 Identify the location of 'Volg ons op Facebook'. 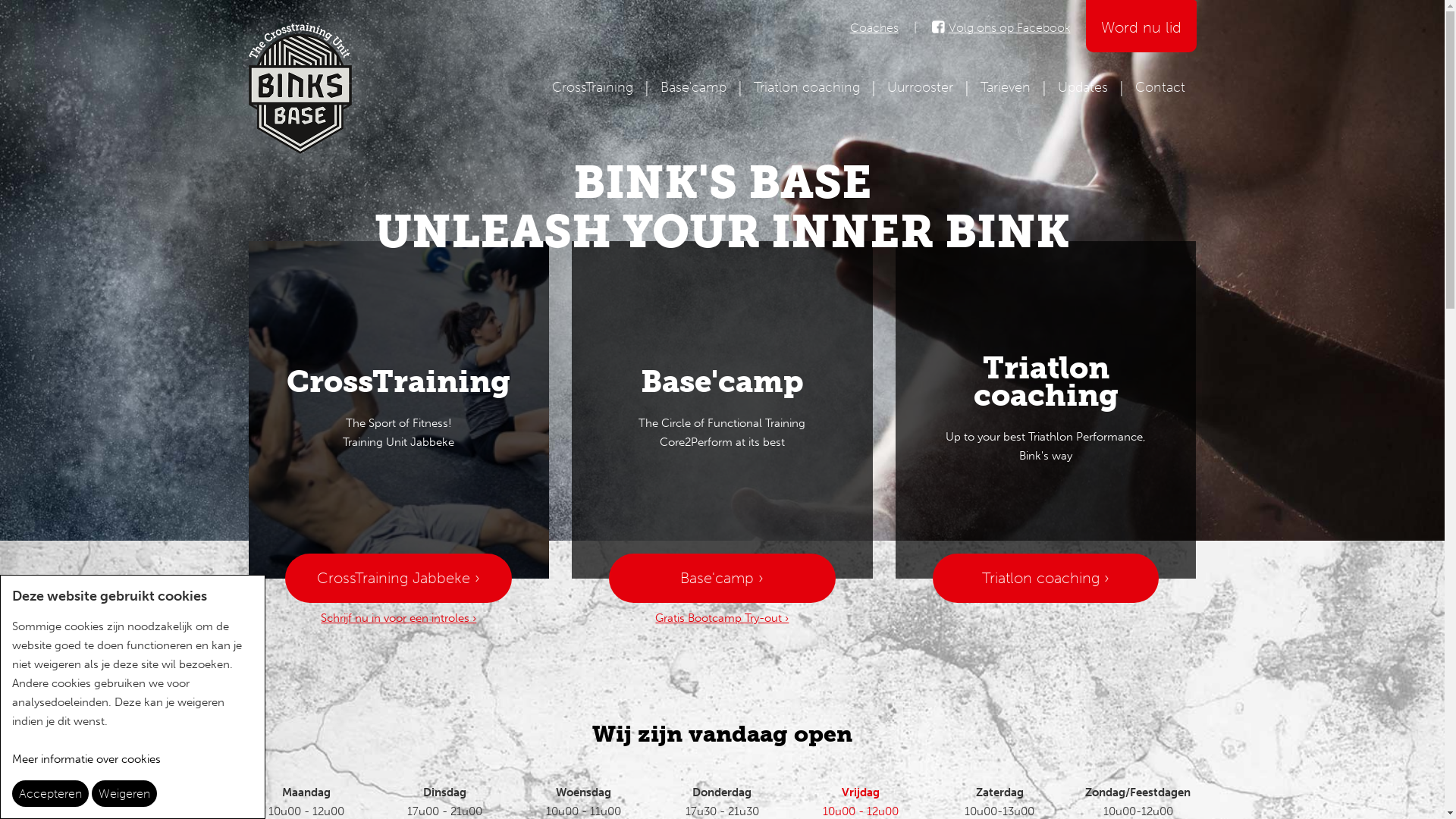
(1012, 22).